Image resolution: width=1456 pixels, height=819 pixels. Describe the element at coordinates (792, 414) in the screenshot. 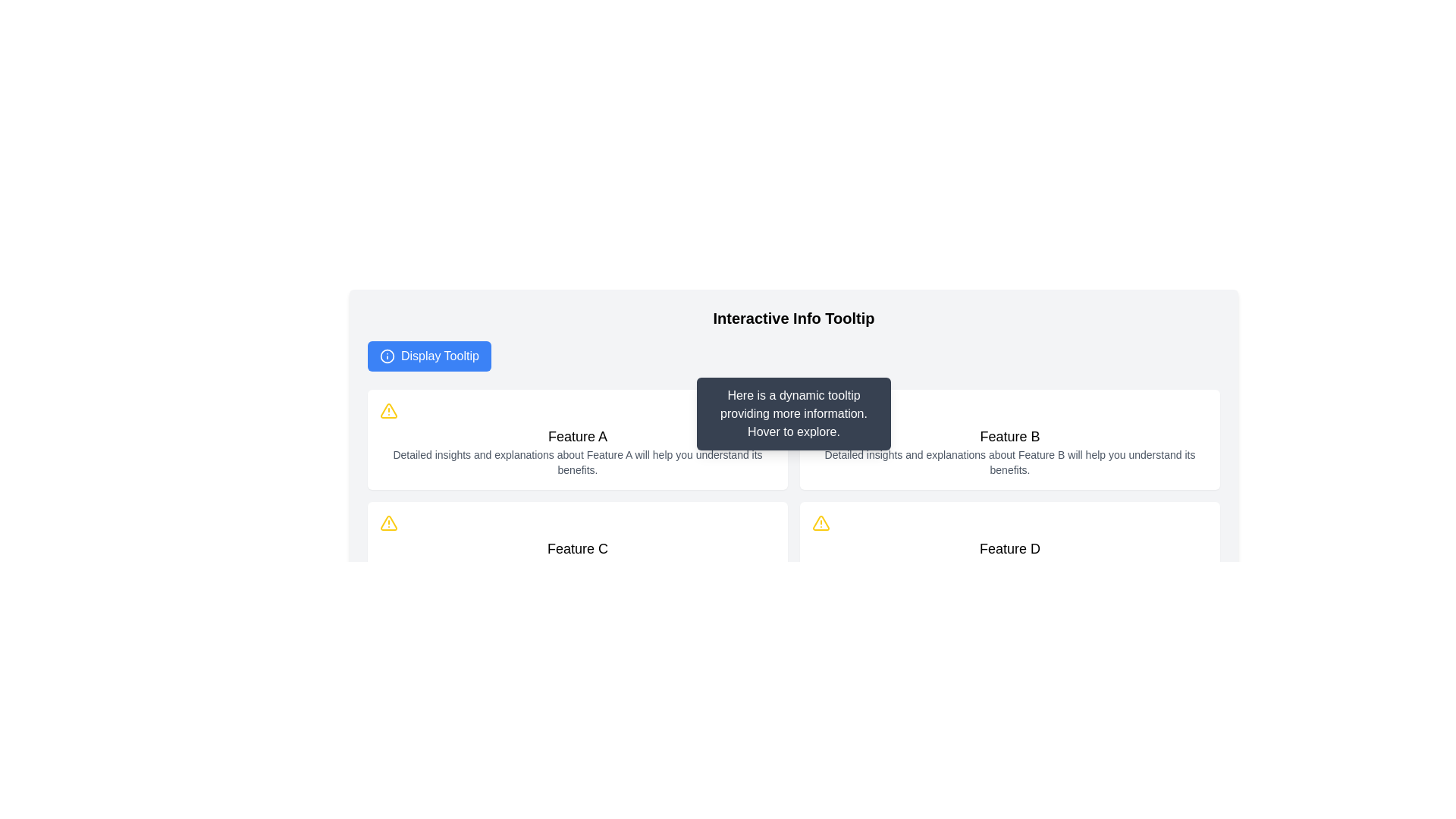

I see `the tooltip with a dark gray background and white text that reads 'Here is a dynamic tooltip providing more information.'` at that location.